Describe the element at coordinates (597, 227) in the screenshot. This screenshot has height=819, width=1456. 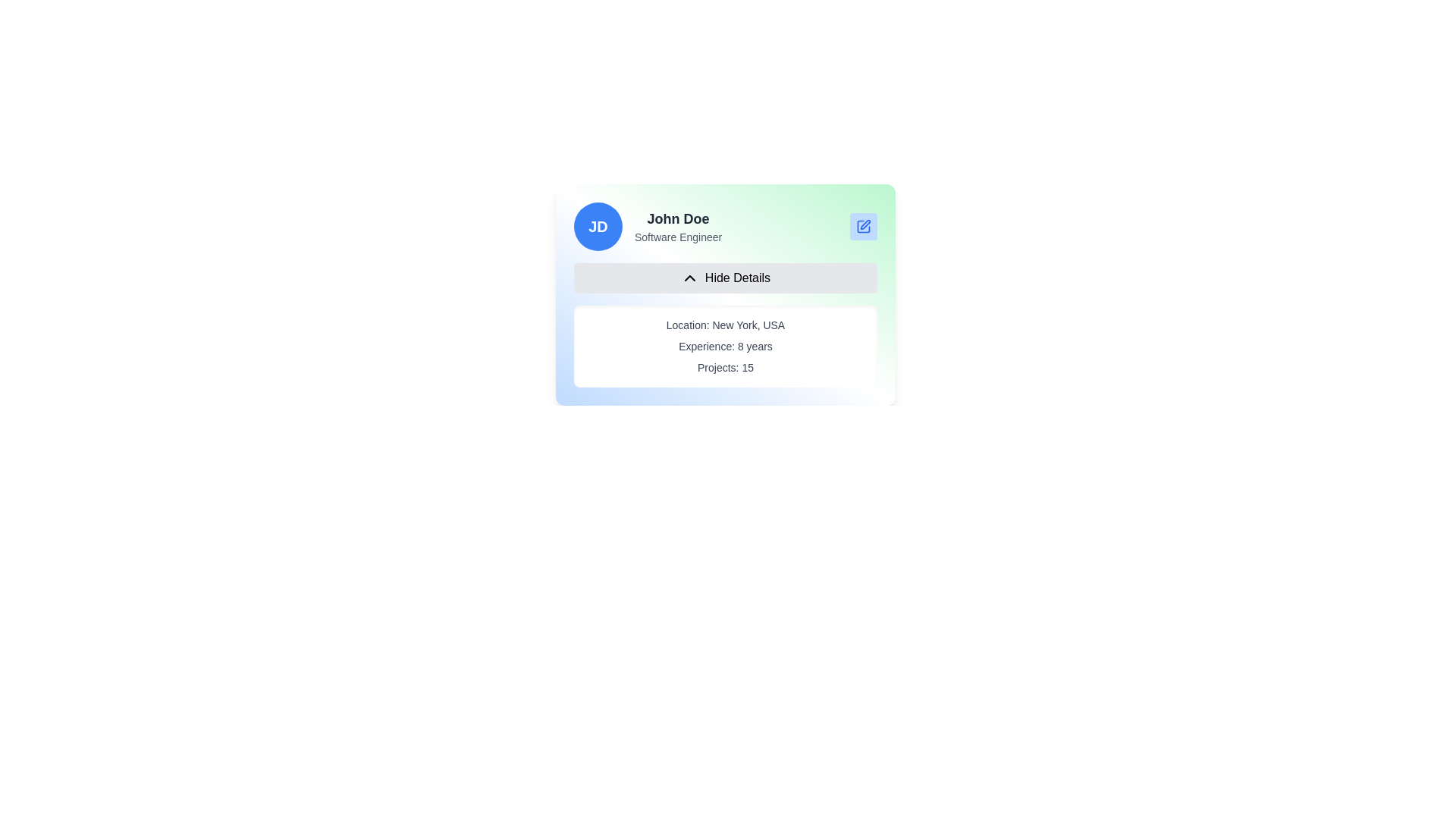
I see `the Decorative Avatar badge, which visually identifies the user and is located to the left of the 'John Doe' text in the profile card layout` at that location.